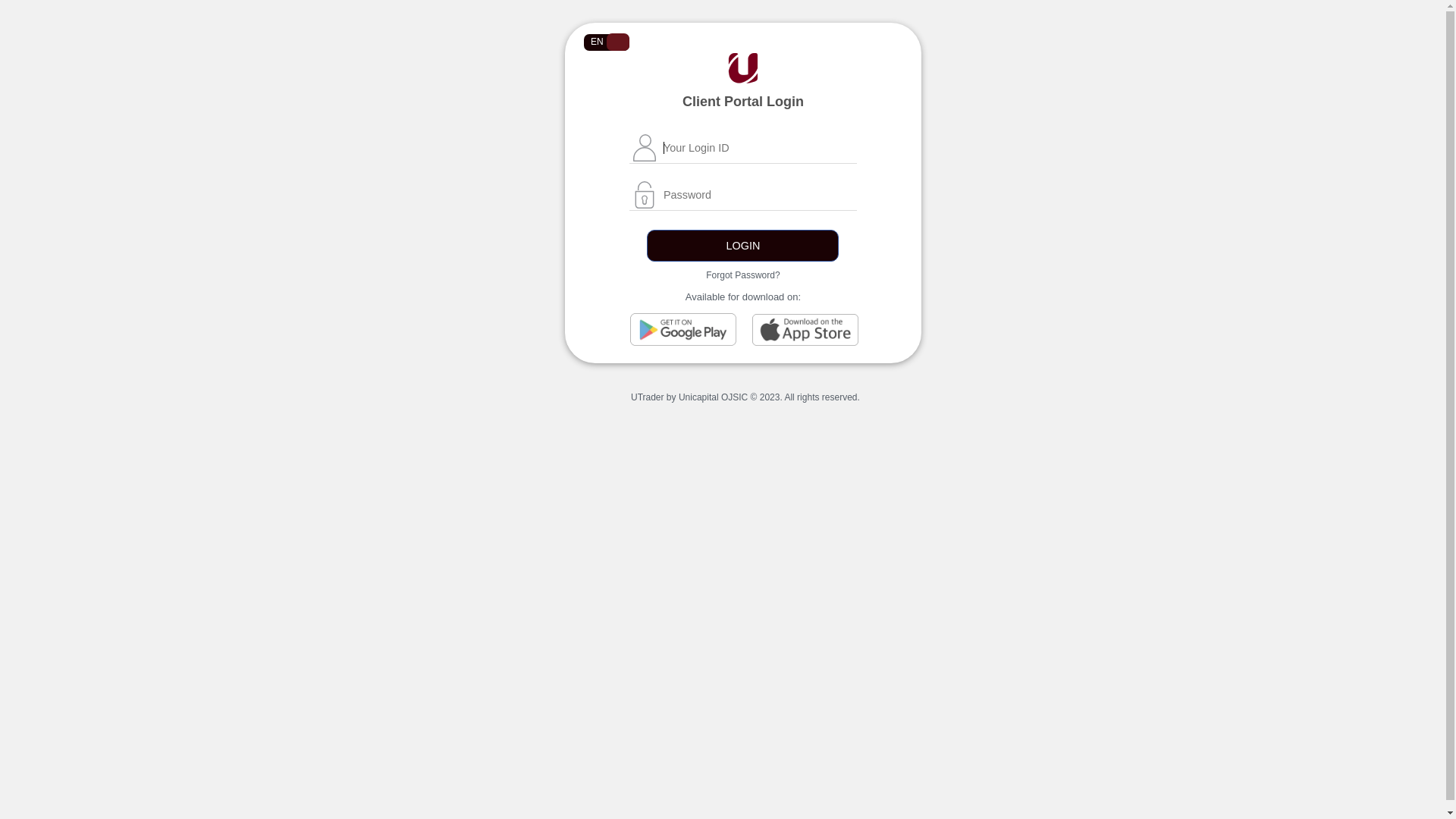 This screenshot has height=819, width=1456. Describe the element at coordinates (582, 42) in the screenshot. I see `'EN'` at that location.